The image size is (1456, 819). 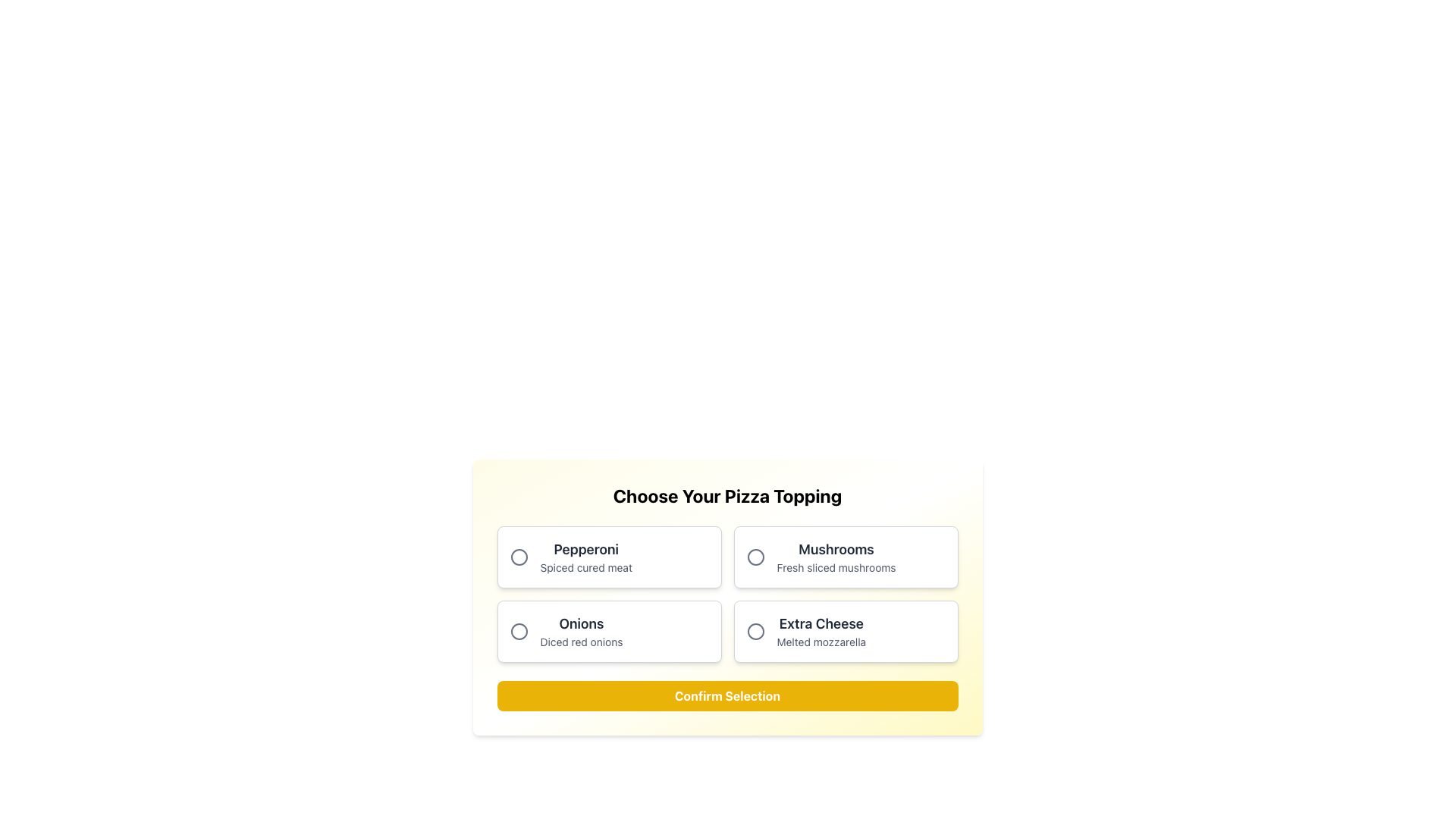 What do you see at coordinates (755, 632) in the screenshot?
I see `the circular radio button for 'Extra Cheese'` at bounding box center [755, 632].